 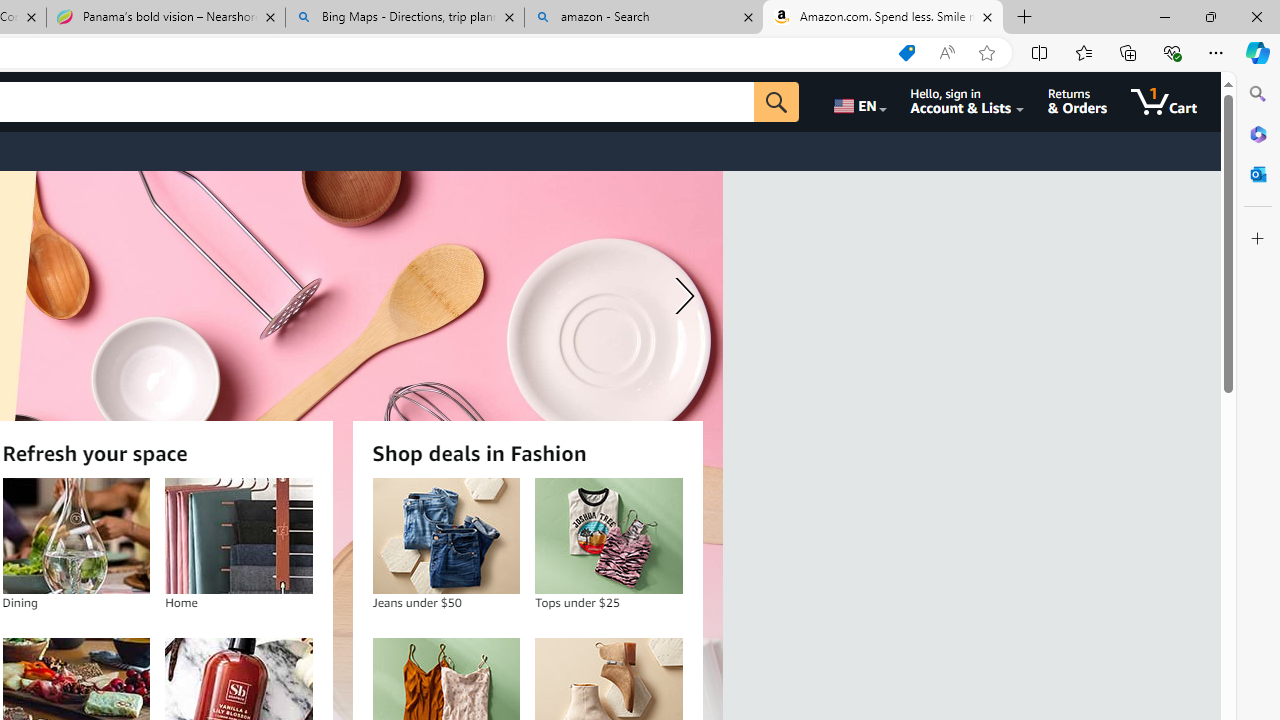 I want to click on 'Collections', so click(x=1128, y=51).